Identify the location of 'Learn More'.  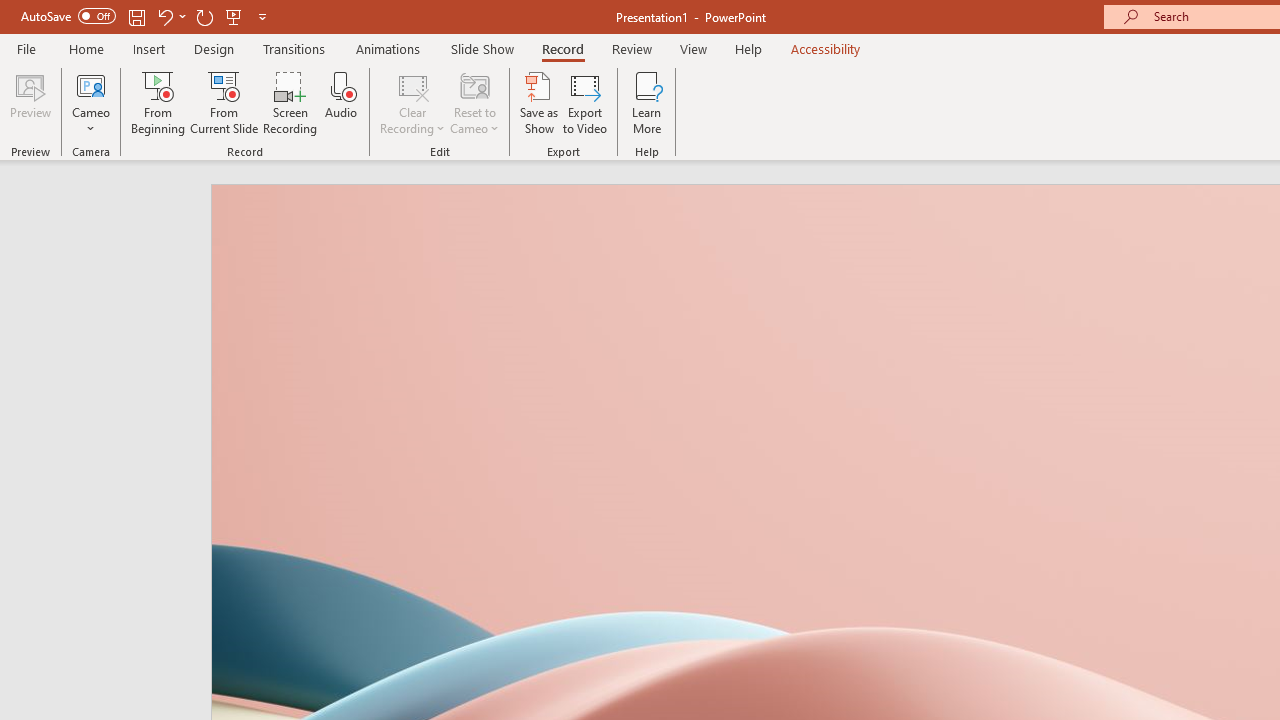
(647, 103).